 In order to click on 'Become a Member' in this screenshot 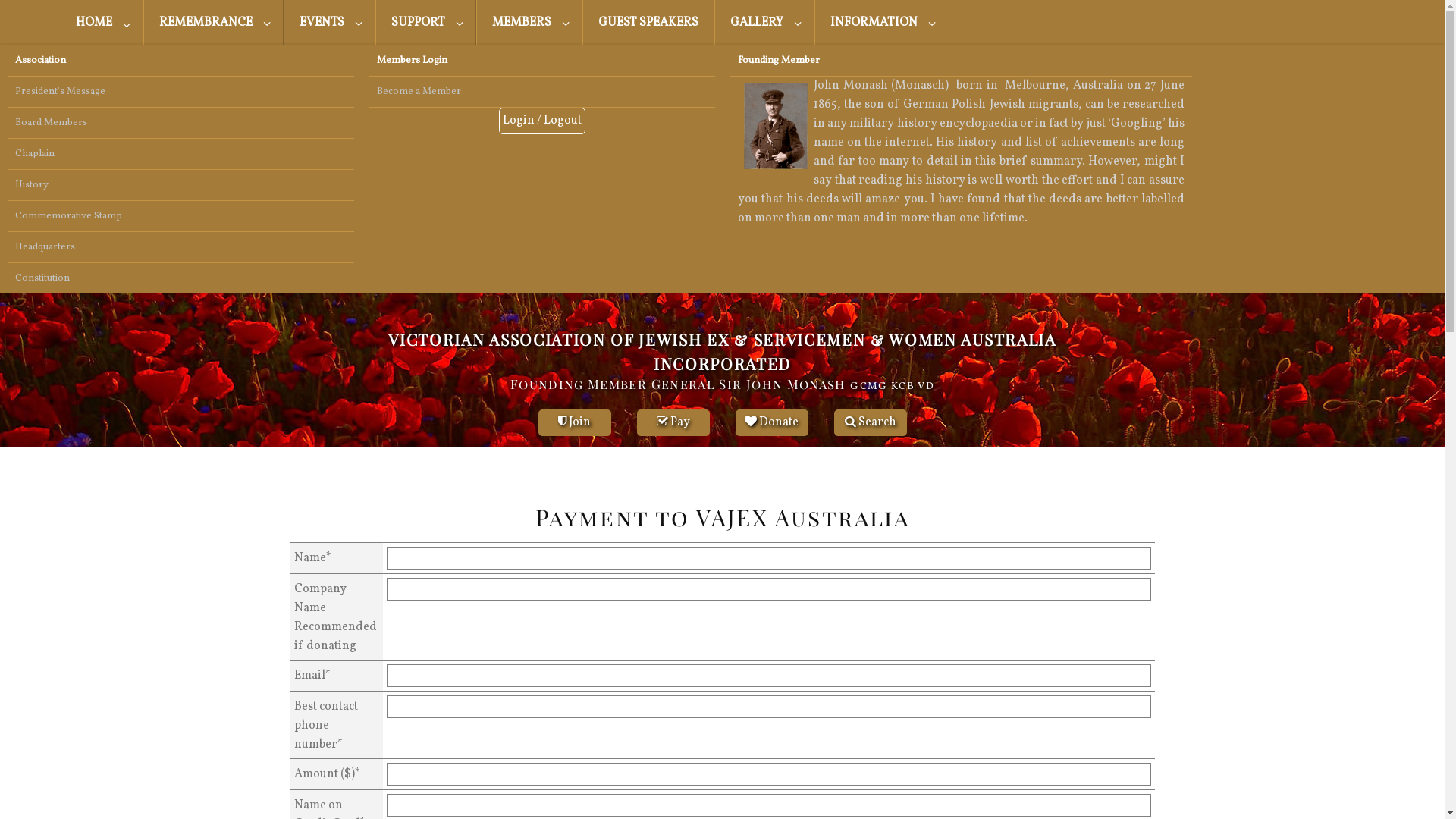, I will do `click(541, 91)`.